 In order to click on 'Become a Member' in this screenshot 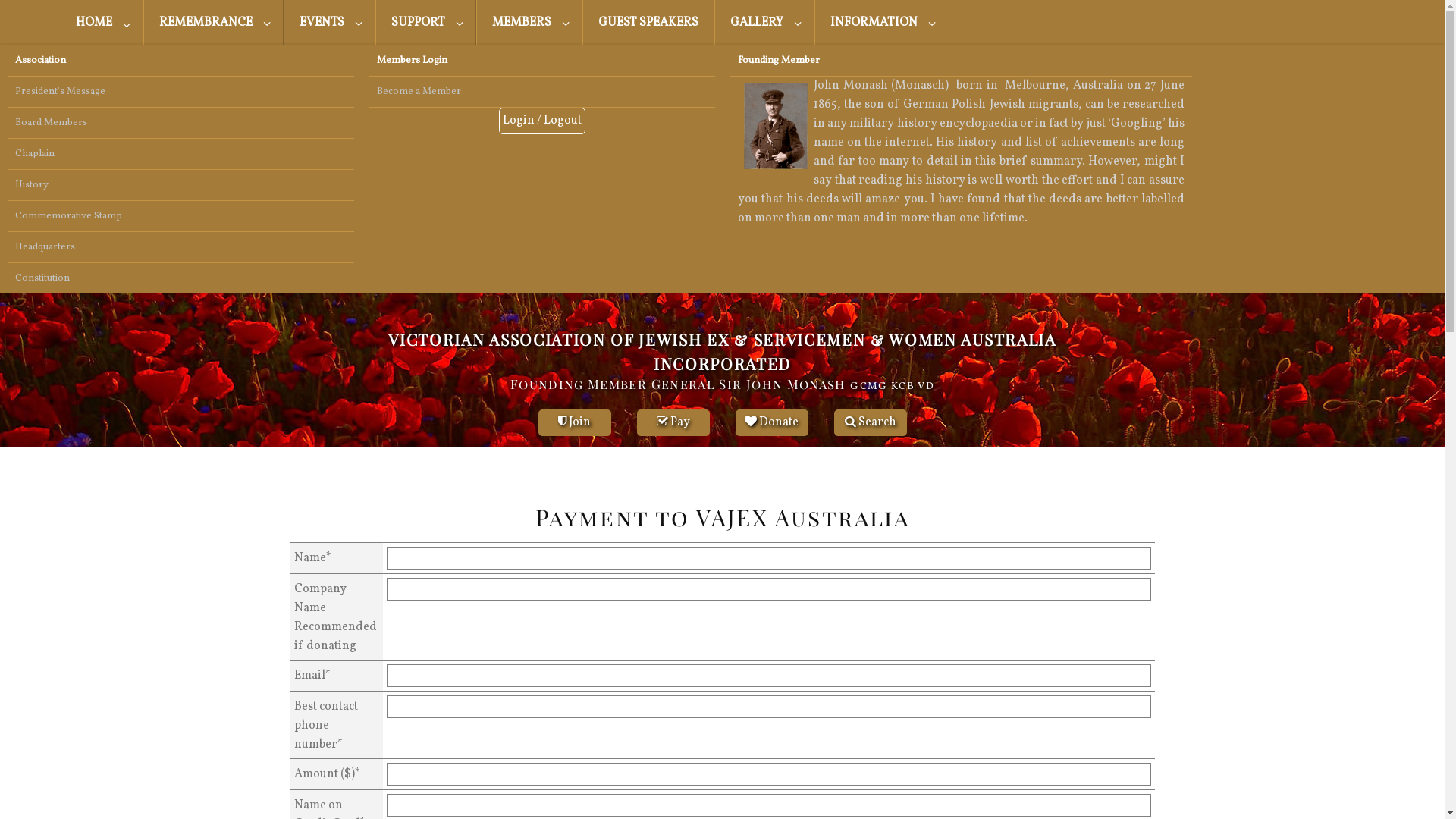, I will do `click(541, 91)`.